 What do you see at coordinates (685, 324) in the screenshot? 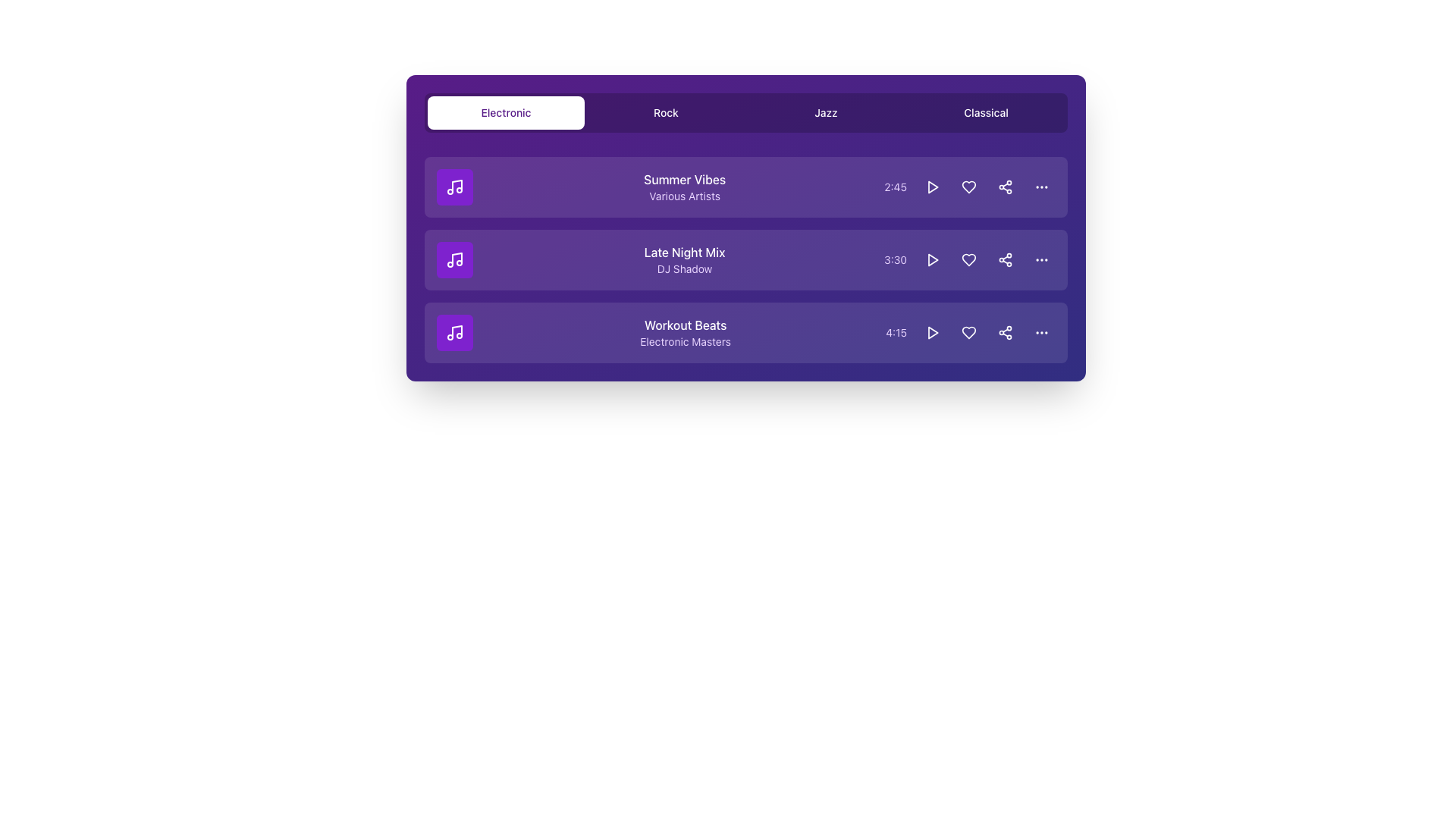
I see `text content of the 'Workout Beats' title element, which is styled in a medium-weight font with a white color on a purple background, located under the 'Electronic' tab as the third item in the list` at bounding box center [685, 324].